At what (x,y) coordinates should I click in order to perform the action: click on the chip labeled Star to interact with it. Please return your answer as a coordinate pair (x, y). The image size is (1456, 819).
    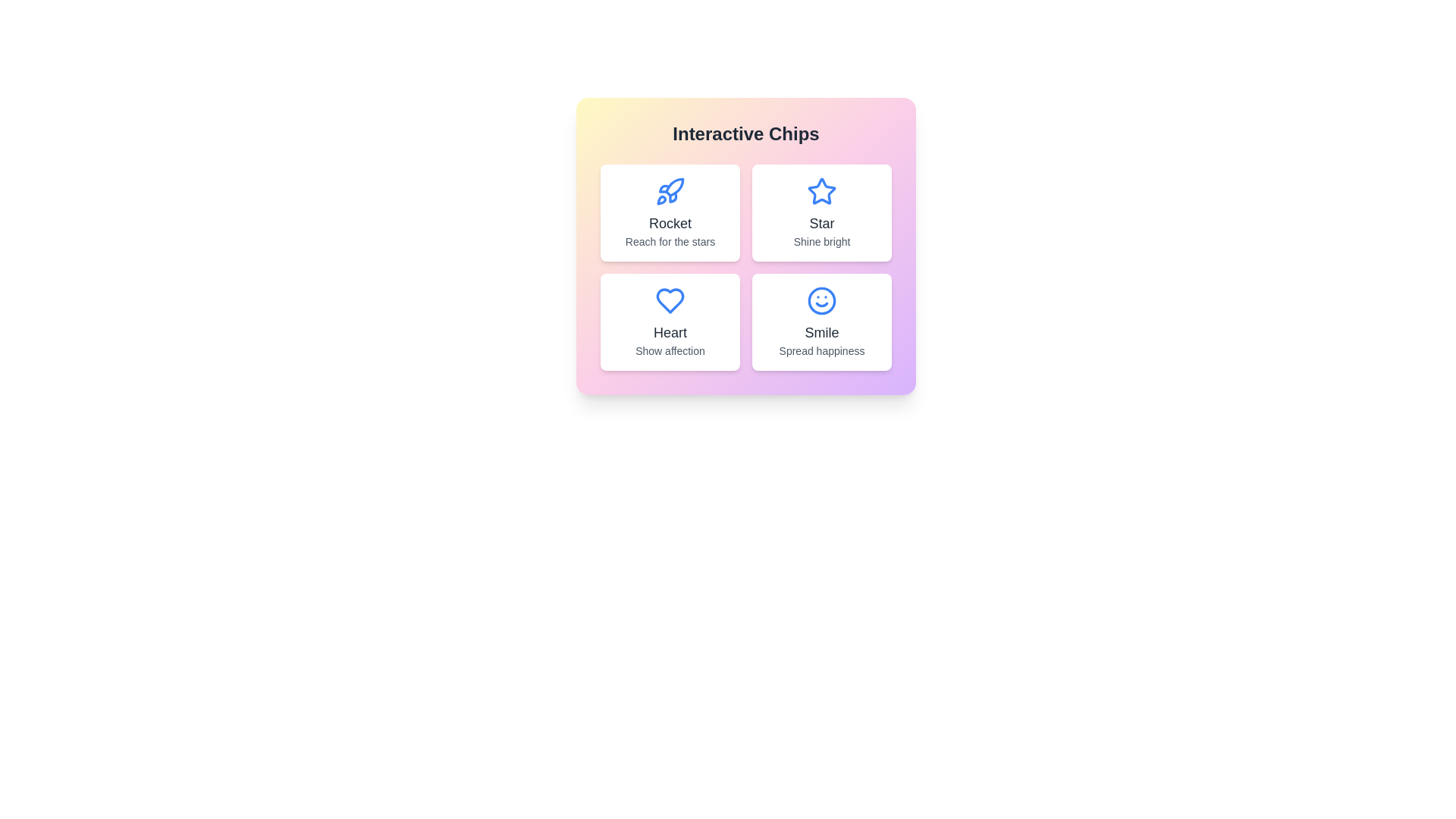
    Looking at the image, I should click on (821, 213).